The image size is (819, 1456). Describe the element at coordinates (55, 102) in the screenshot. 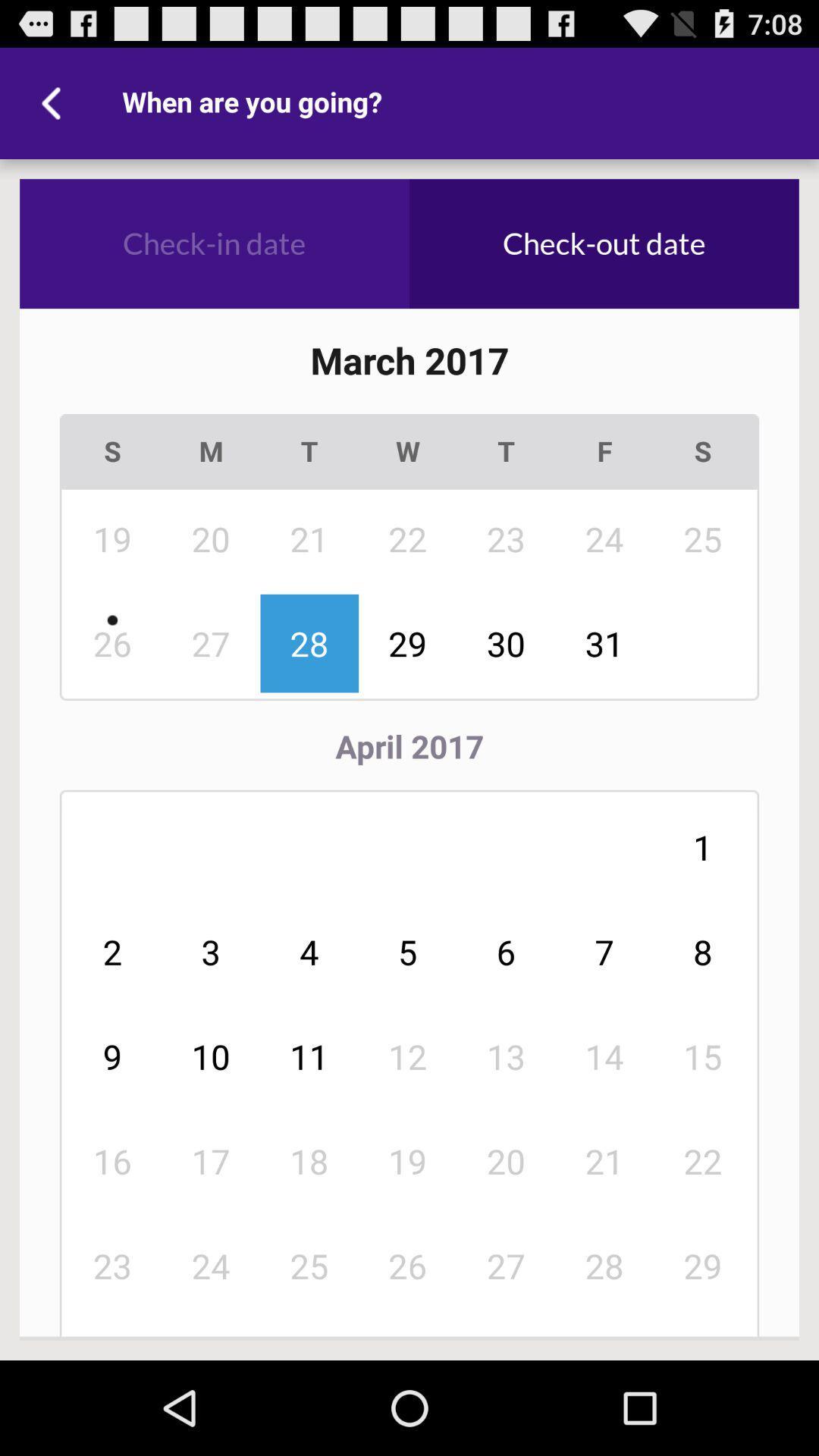

I see `item to the left of when are you item` at that location.